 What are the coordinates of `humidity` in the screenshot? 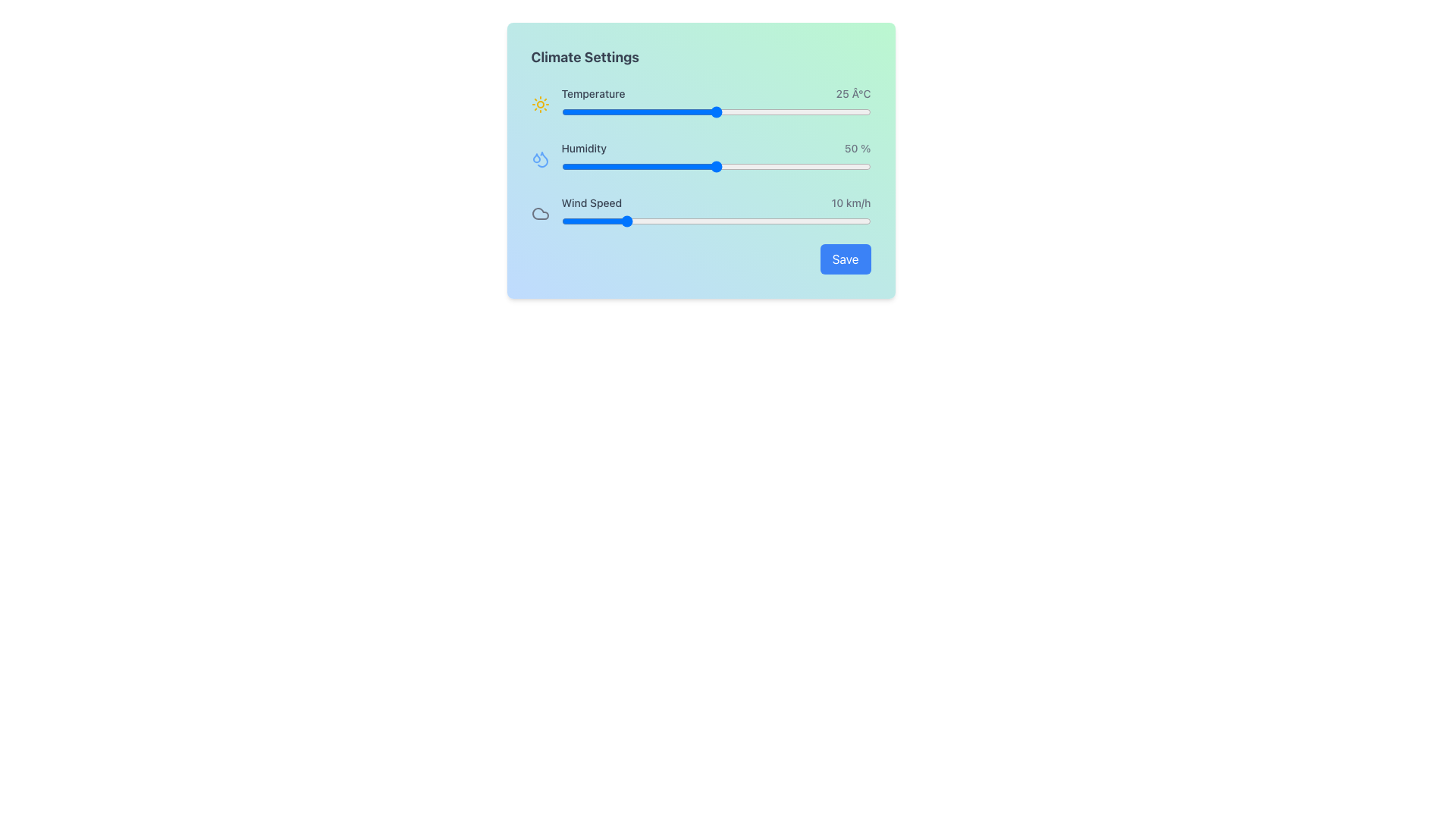 It's located at (591, 166).